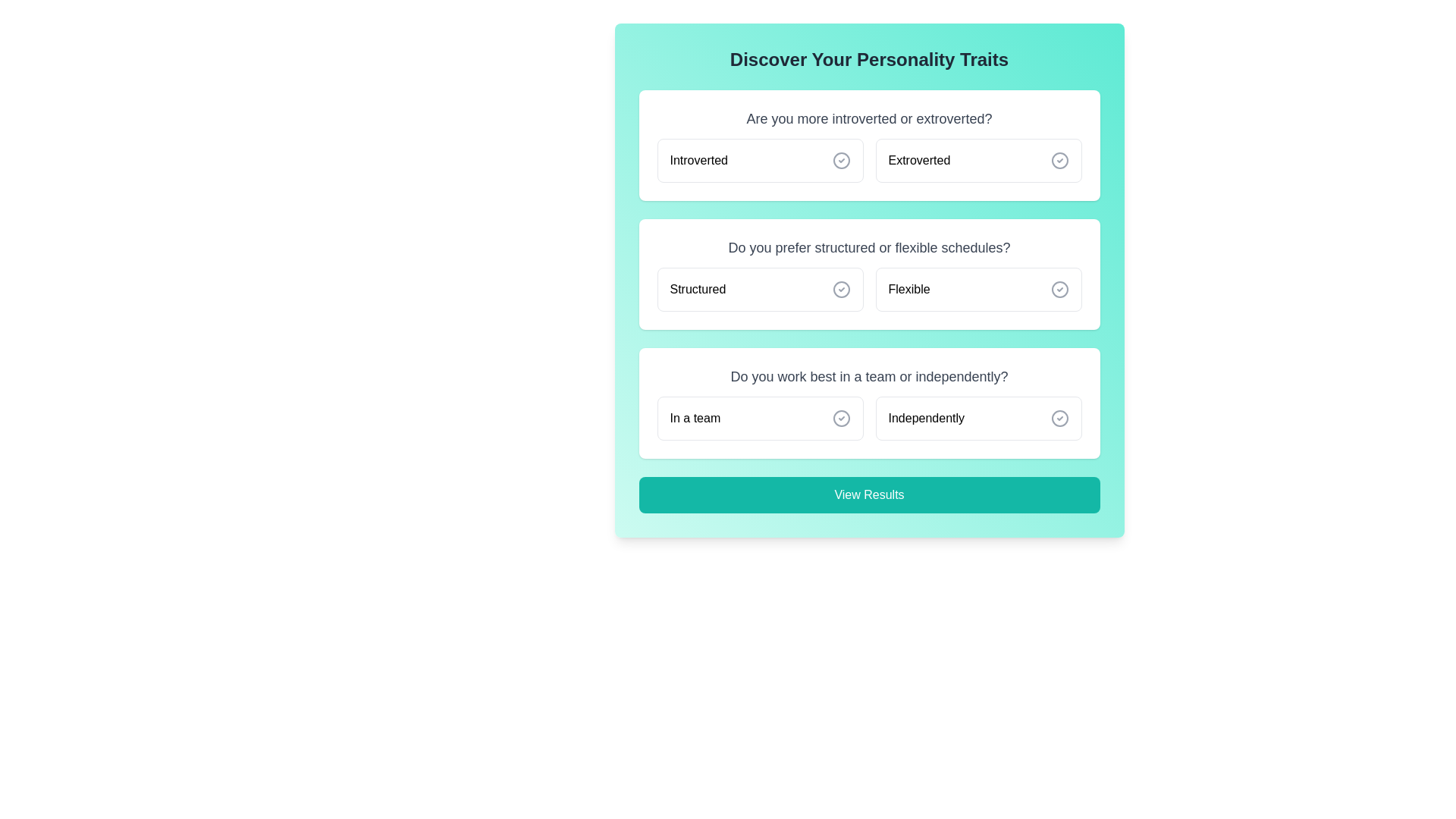 Image resolution: width=1456 pixels, height=819 pixels. What do you see at coordinates (869, 494) in the screenshot?
I see `the submit button at the bottom of the mint-green card that displays personality-related questions` at bounding box center [869, 494].